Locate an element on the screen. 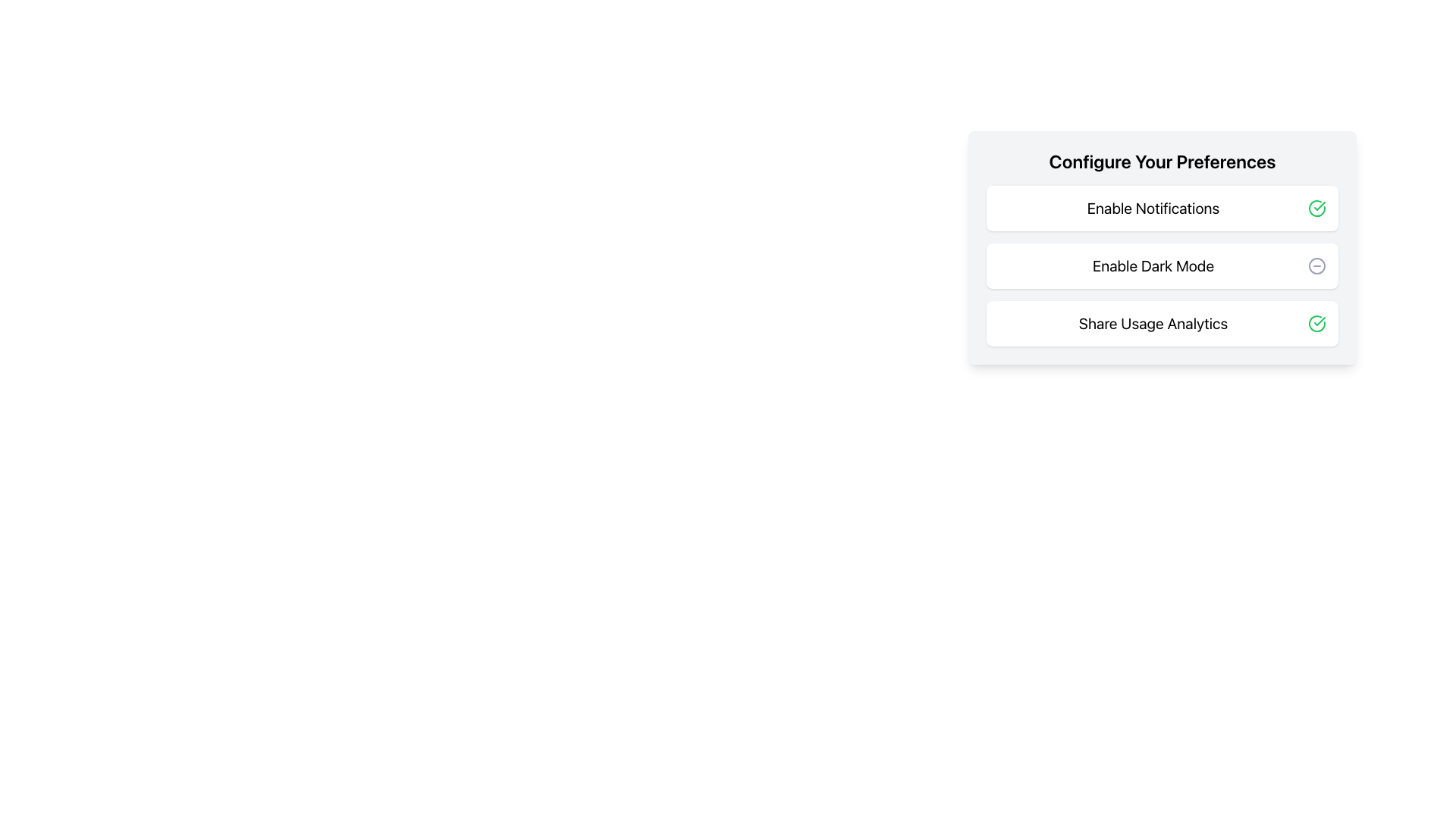 The height and width of the screenshot is (819, 1456). the second selectable list item under 'Configure Your Preferences' is located at coordinates (1161, 265).